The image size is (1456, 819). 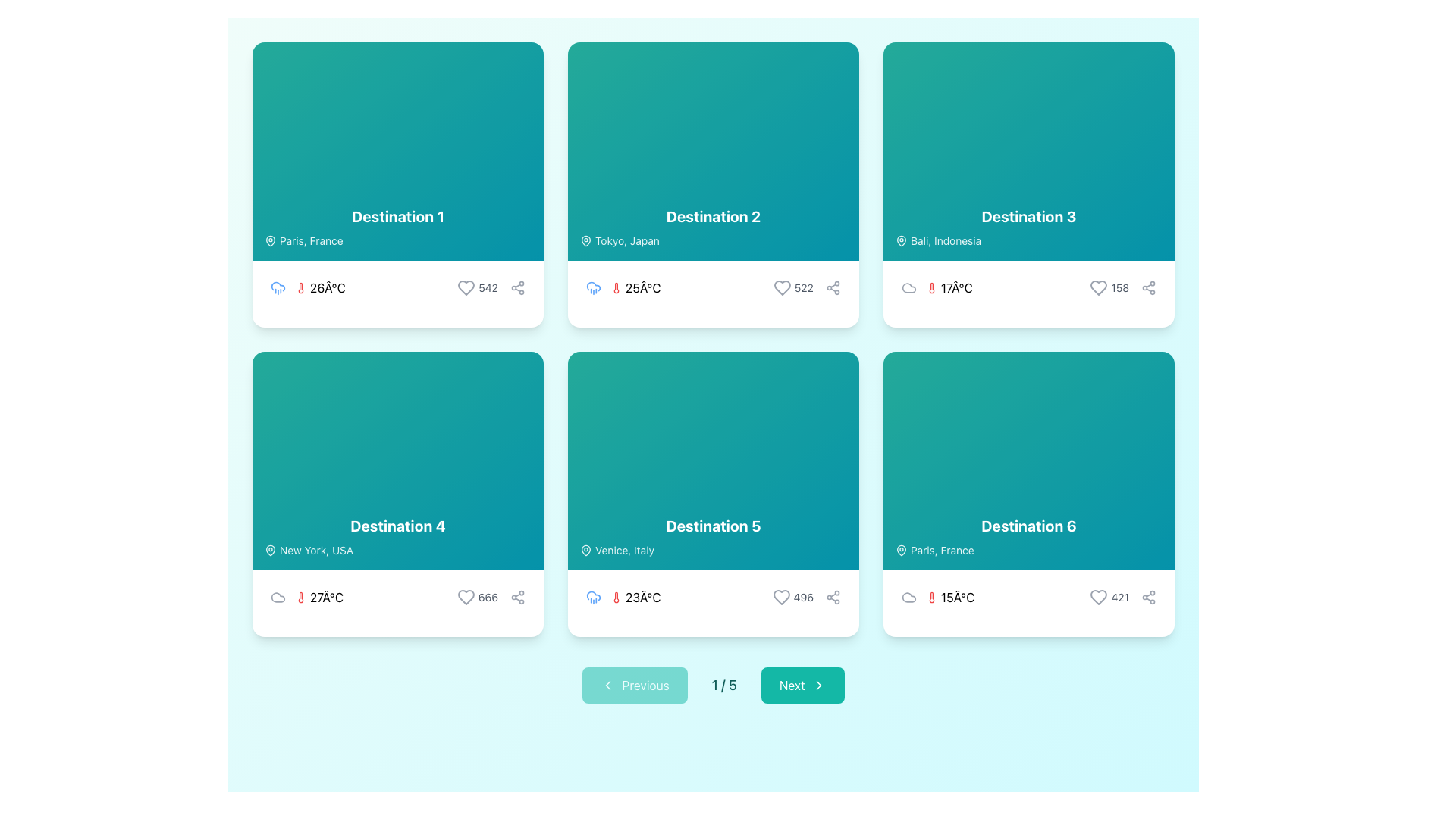 What do you see at coordinates (936, 288) in the screenshot?
I see `weather information provided by the Label with graphical icons for 'Destination 3', located in the bottom-left corner of the third card in the grid layout` at bounding box center [936, 288].